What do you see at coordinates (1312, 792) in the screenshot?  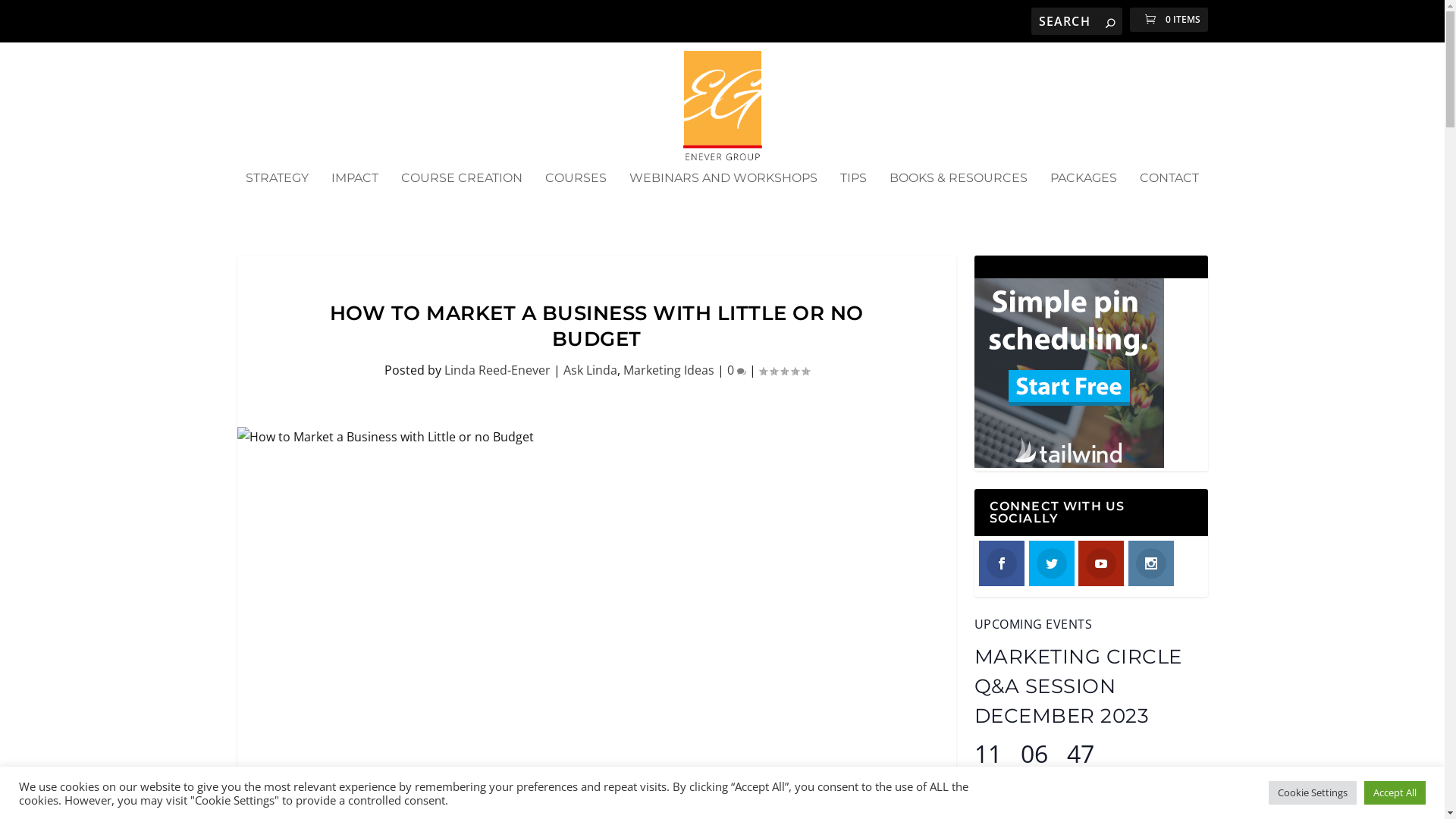 I see `'Cookie Settings'` at bounding box center [1312, 792].